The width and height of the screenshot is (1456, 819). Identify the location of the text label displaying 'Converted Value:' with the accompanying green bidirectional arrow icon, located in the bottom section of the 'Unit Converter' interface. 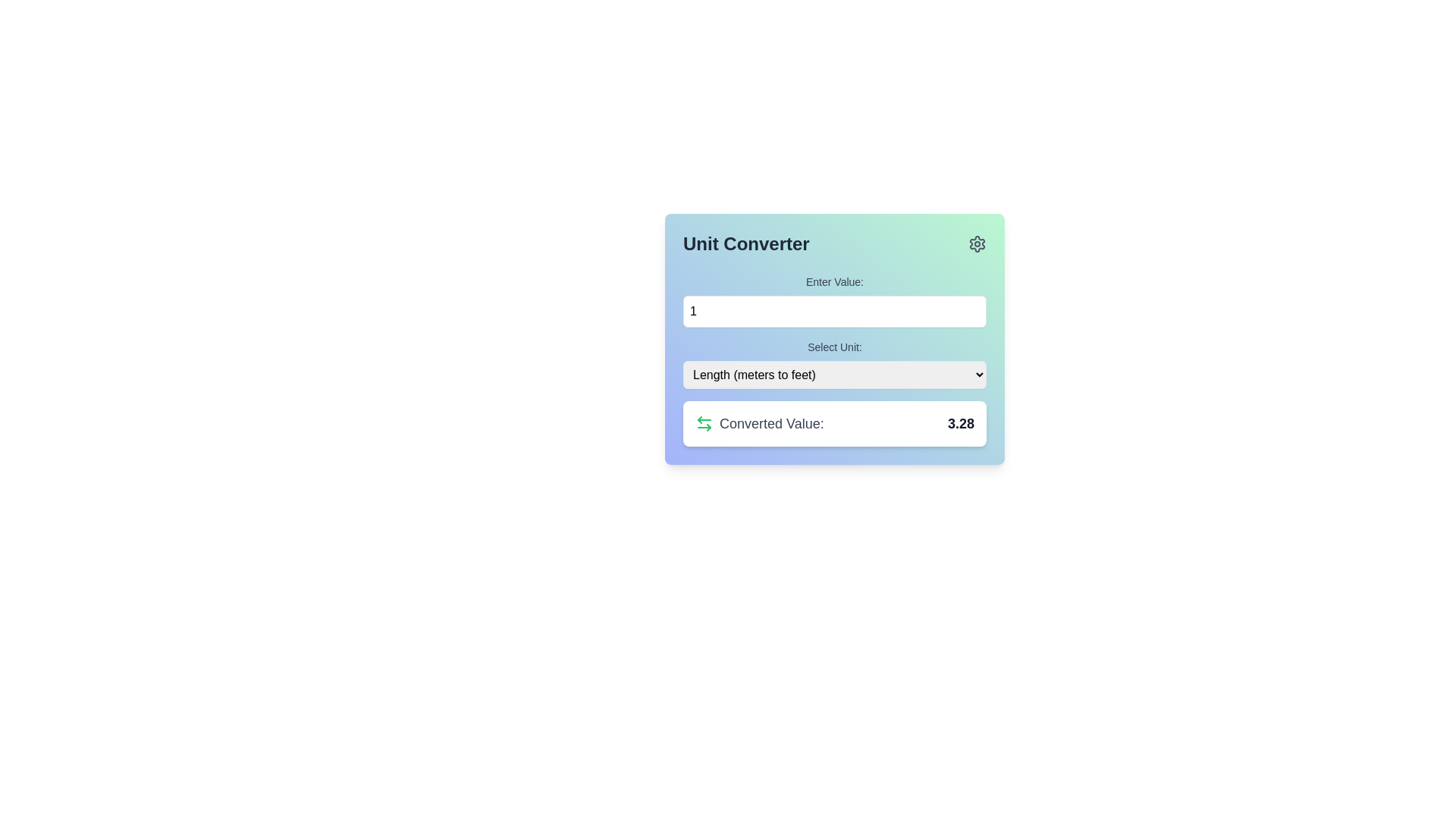
(759, 424).